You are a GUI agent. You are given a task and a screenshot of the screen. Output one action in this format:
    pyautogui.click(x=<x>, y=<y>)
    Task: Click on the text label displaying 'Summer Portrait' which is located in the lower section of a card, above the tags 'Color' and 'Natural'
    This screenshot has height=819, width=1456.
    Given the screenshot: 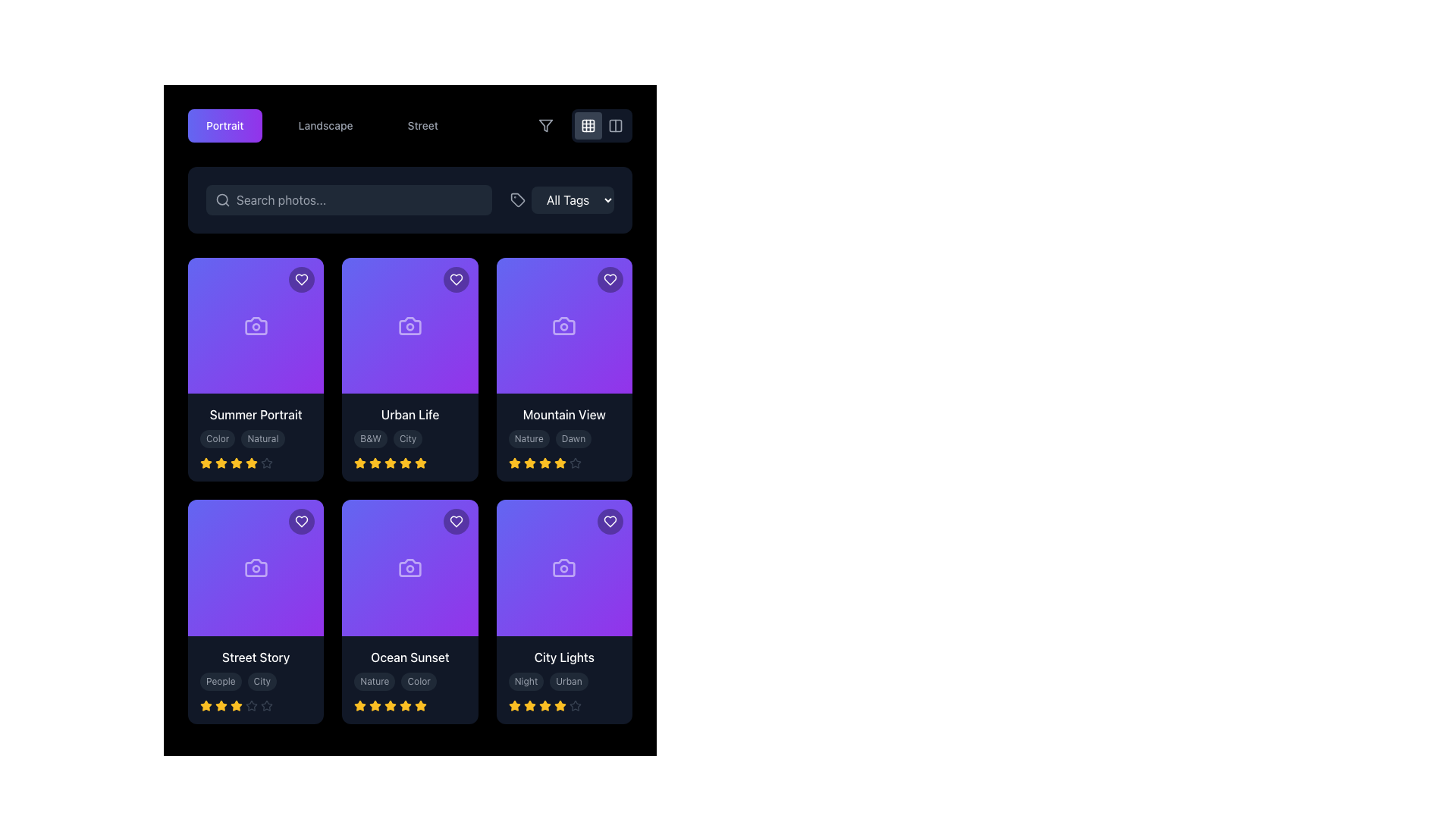 What is the action you would take?
    pyautogui.click(x=256, y=415)
    